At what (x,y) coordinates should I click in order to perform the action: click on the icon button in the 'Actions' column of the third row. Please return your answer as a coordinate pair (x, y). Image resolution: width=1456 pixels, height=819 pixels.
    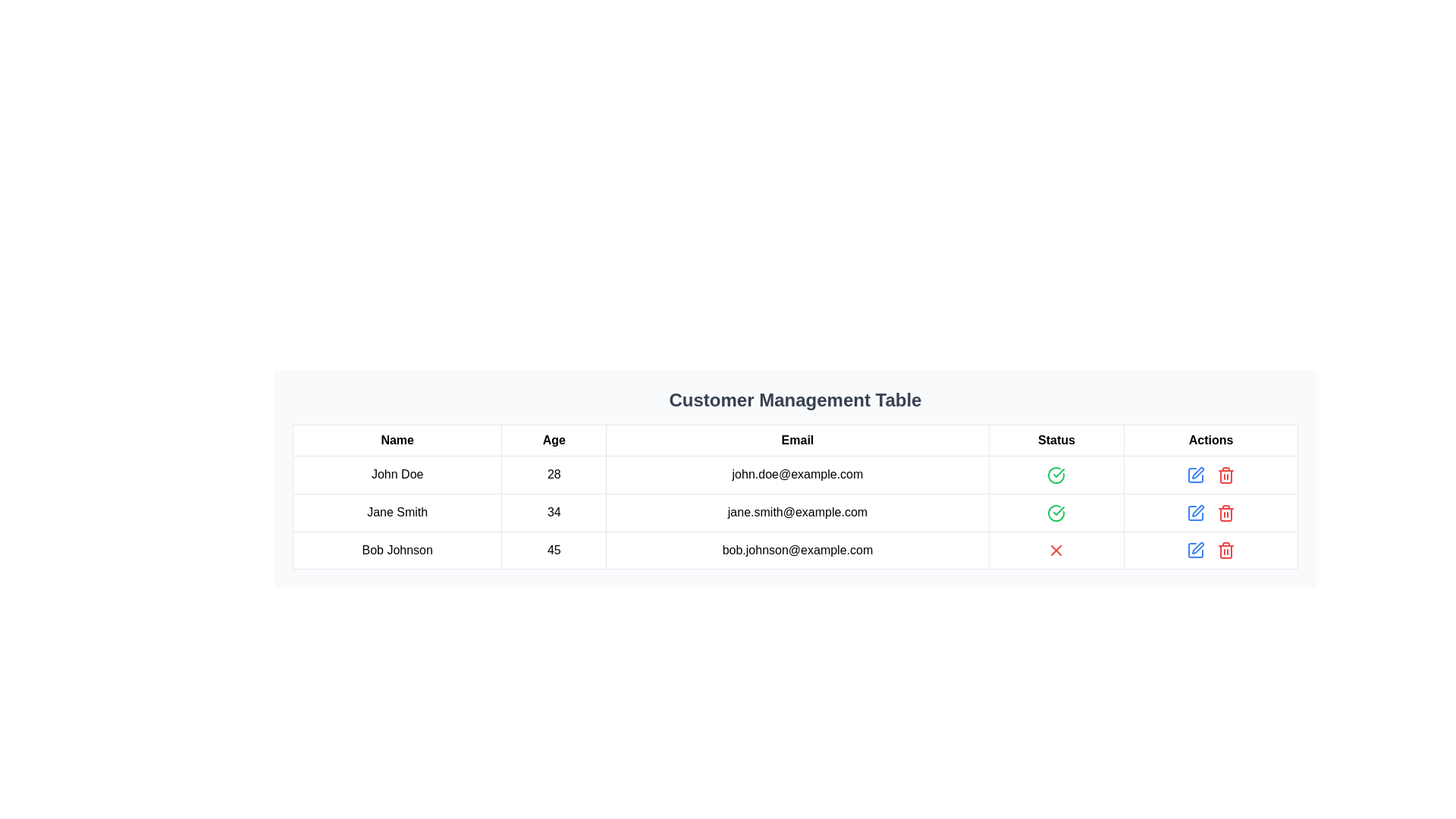
    Looking at the image, I should click on (1195, 474).